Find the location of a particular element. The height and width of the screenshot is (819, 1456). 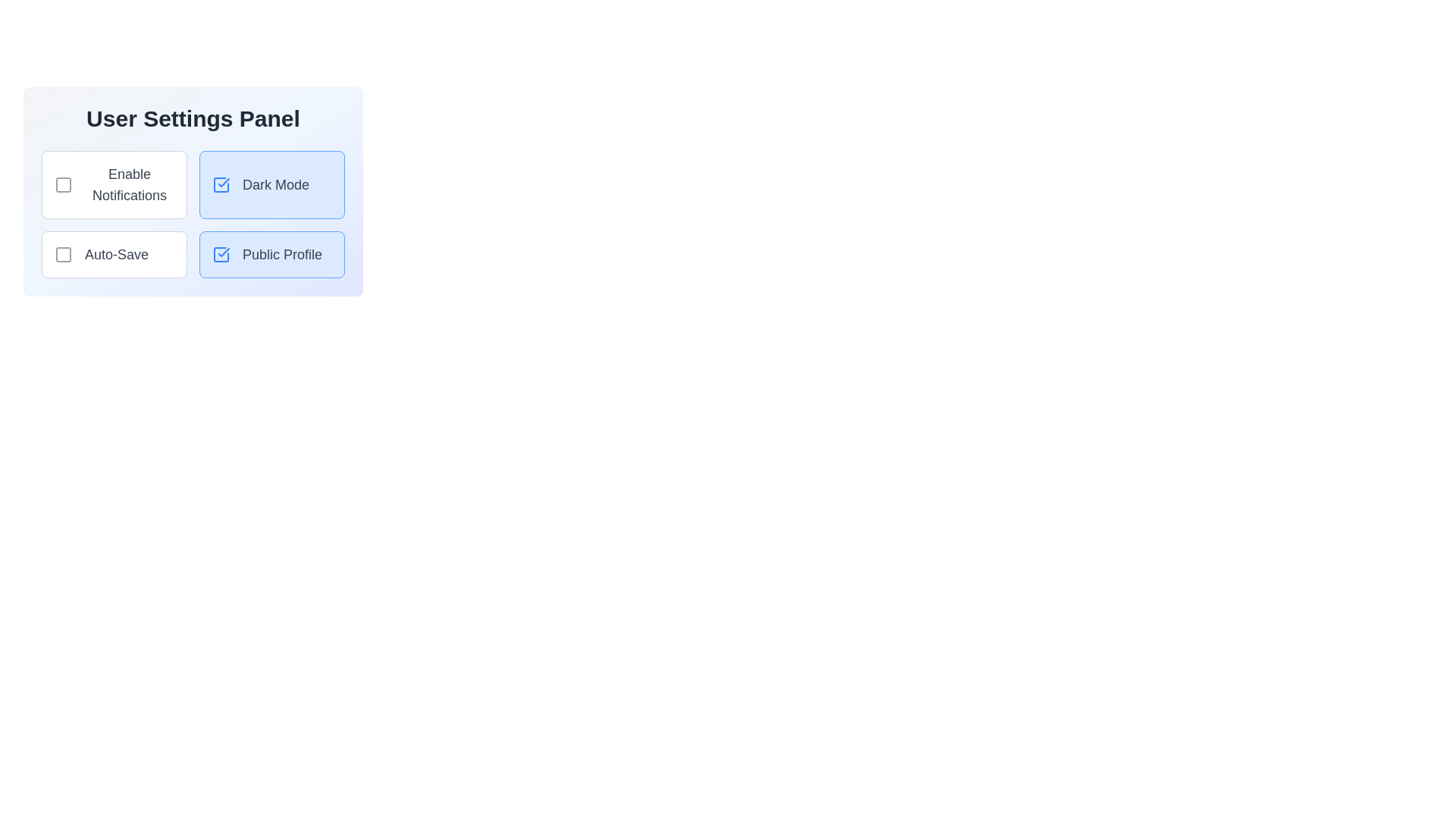

the text label that describes the checkbox for enabling or disabling 'Dark Mode' located in the upper-right section of the user settings panel is located at coordinates (276, 184).